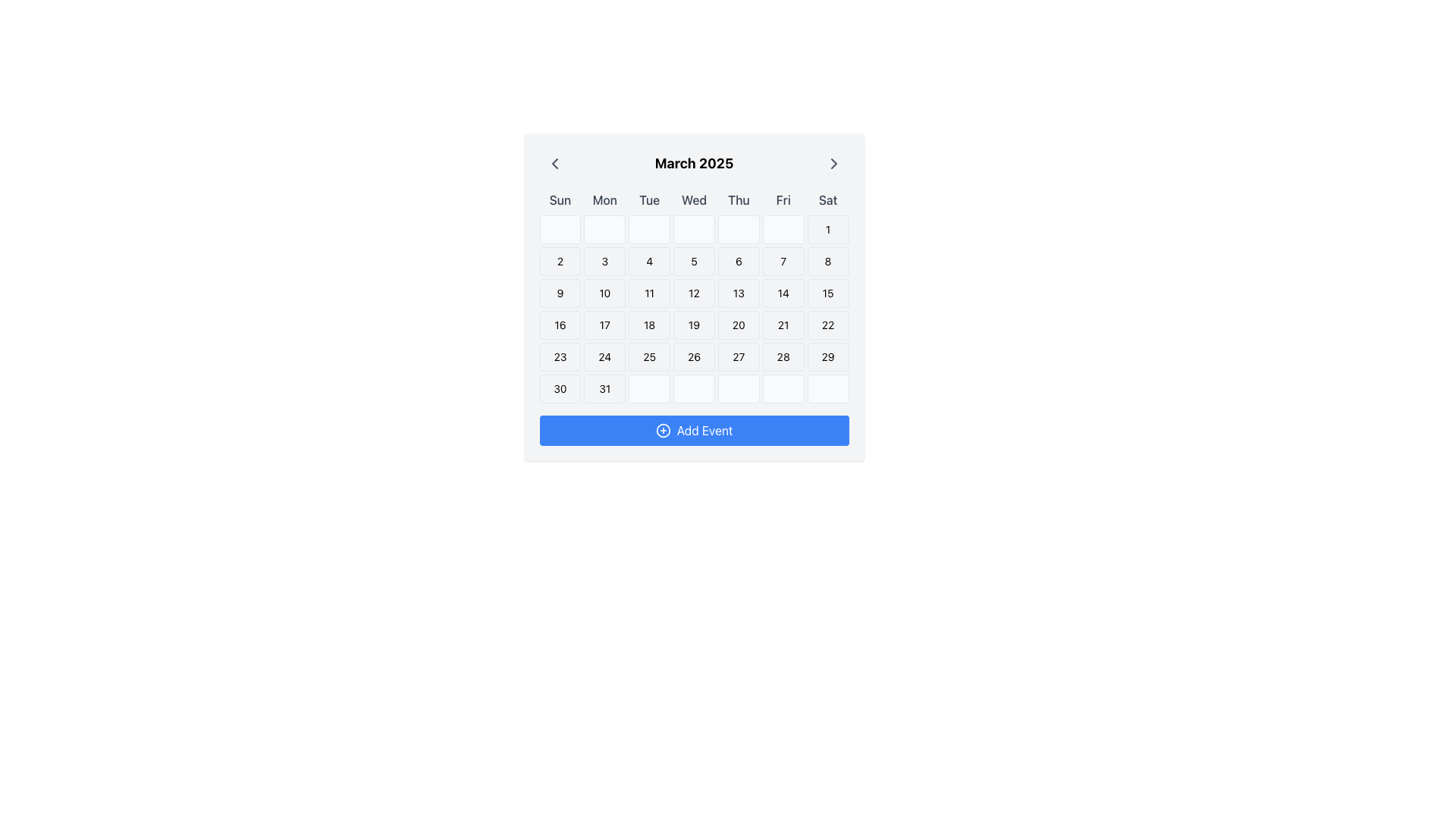  Describe the element at coordinates (693, 309) in the screenshot. I see `a specific day in the calendar grid for March 2025` at that location.